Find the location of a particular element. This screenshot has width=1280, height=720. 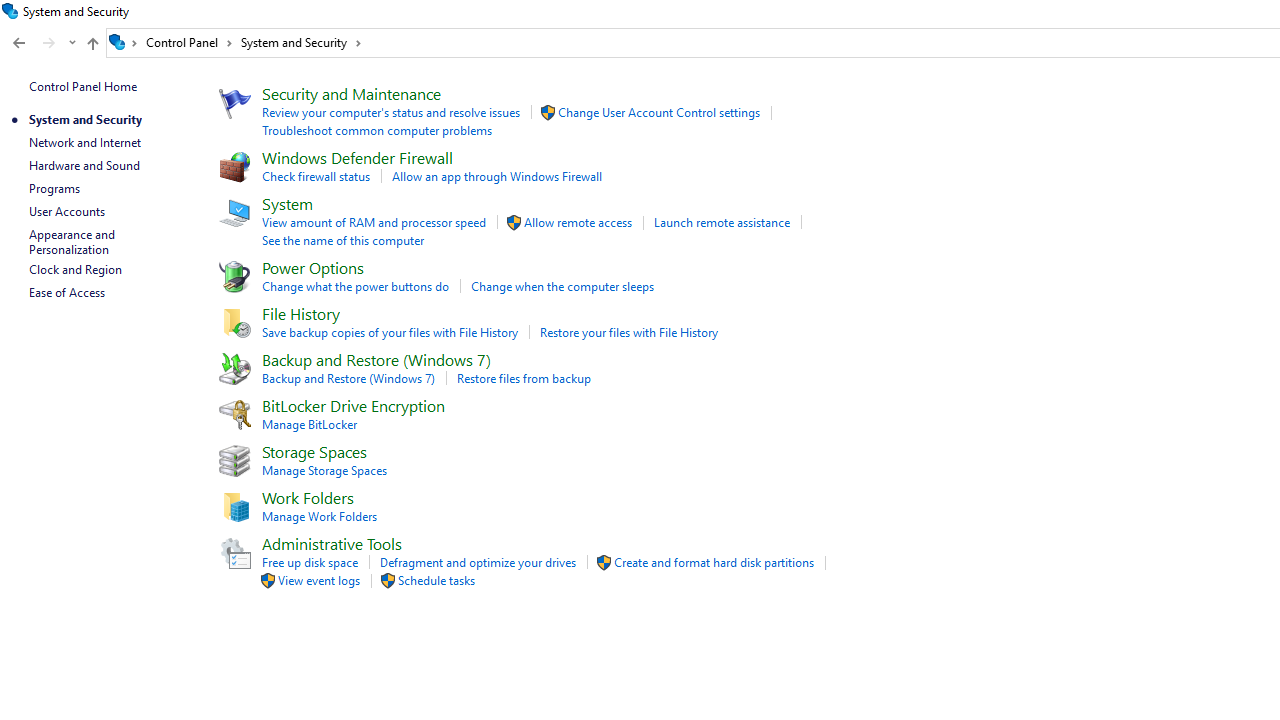

'User Accounts' is located at coordinates (67, 211).